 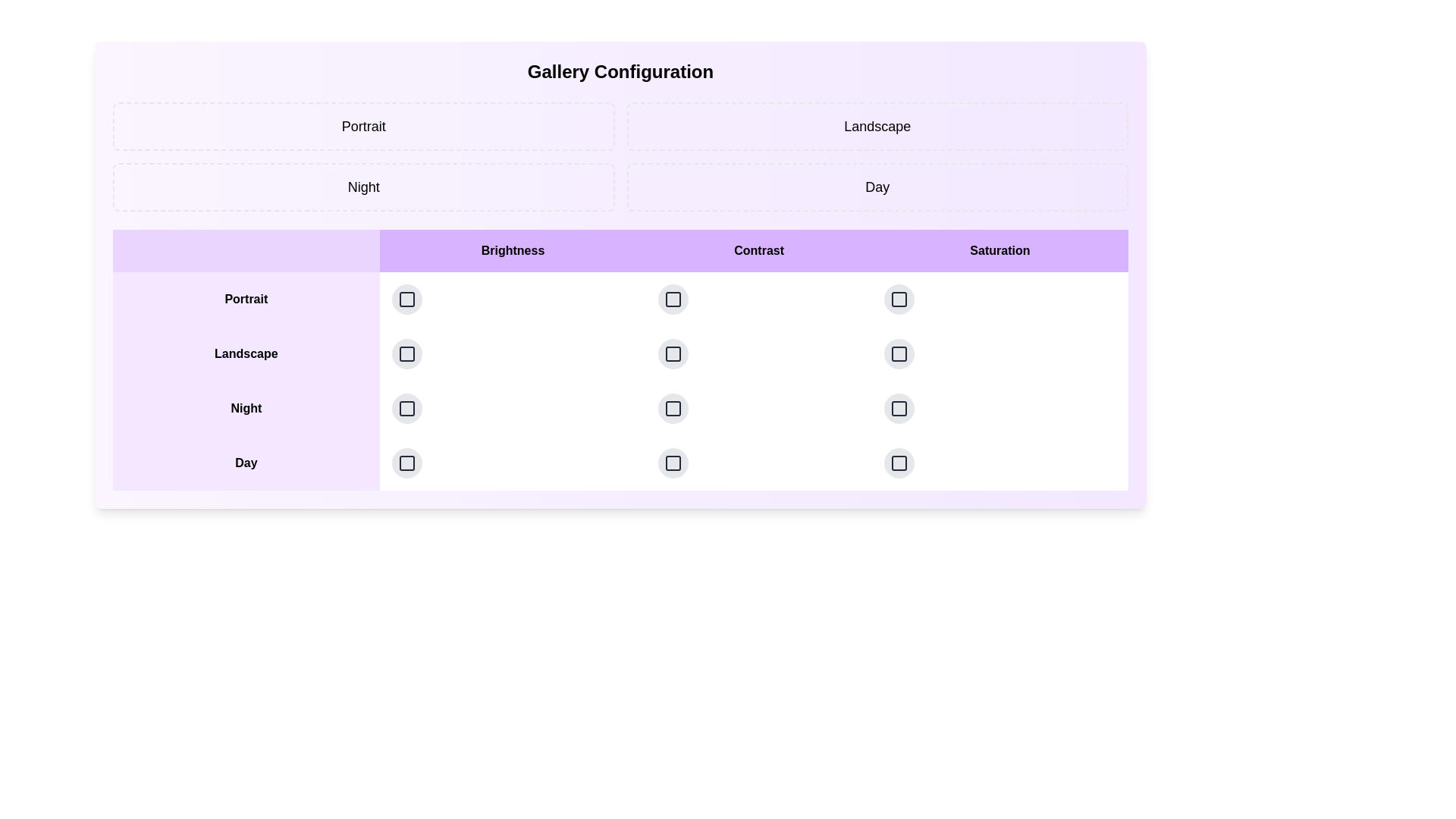 What do you see at coordinates (406, 408) in the screenshot?
I see `the toggle button for 'Brightness' in the 'Night' configuration located in the third row of the 'Gallery Configuration' grid` at bounding box center [406, 408].